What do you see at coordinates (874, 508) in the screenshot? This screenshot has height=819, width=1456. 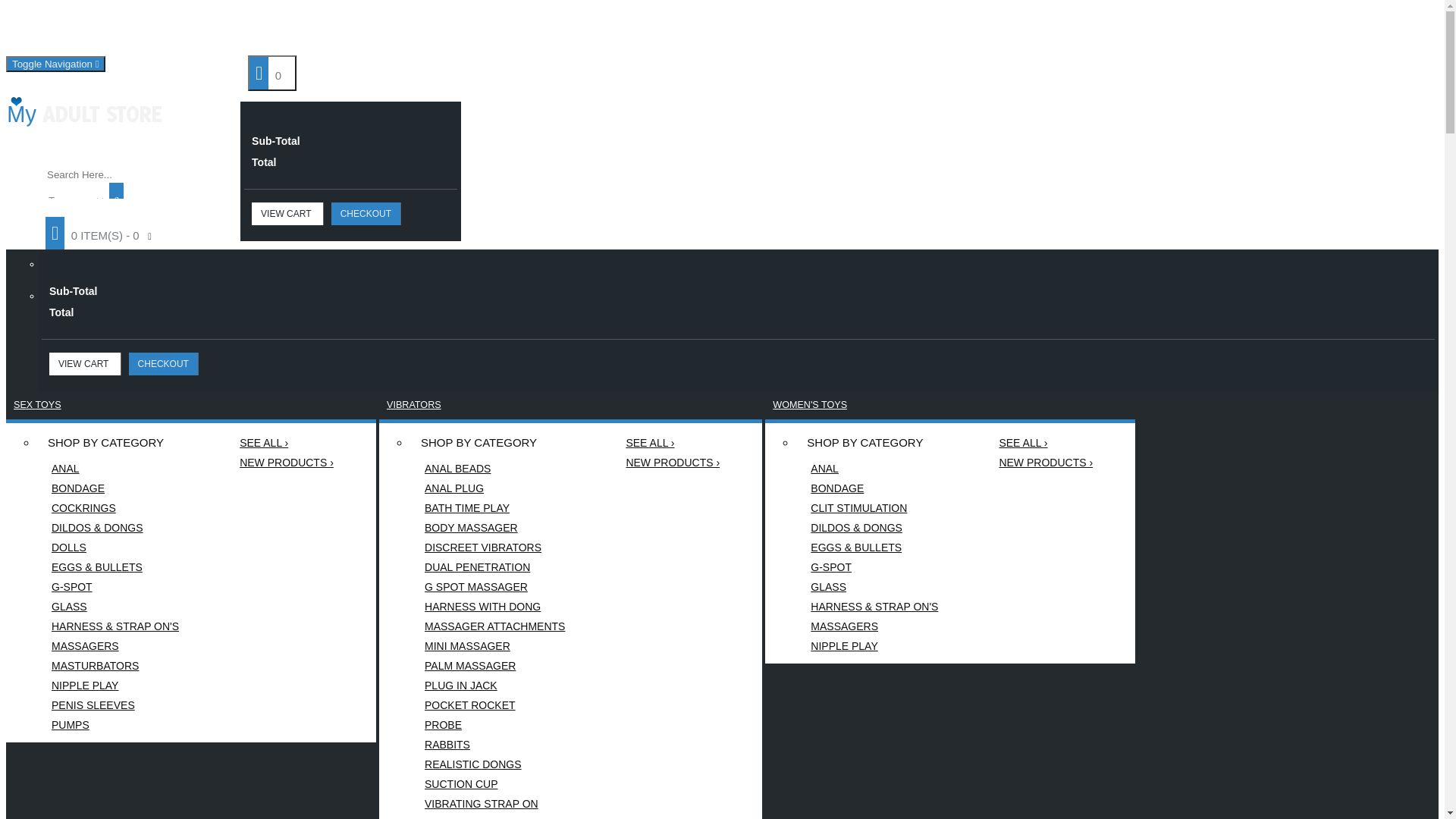 I see `'CLIT STIMULATION'` at bounding box center [874, 508].